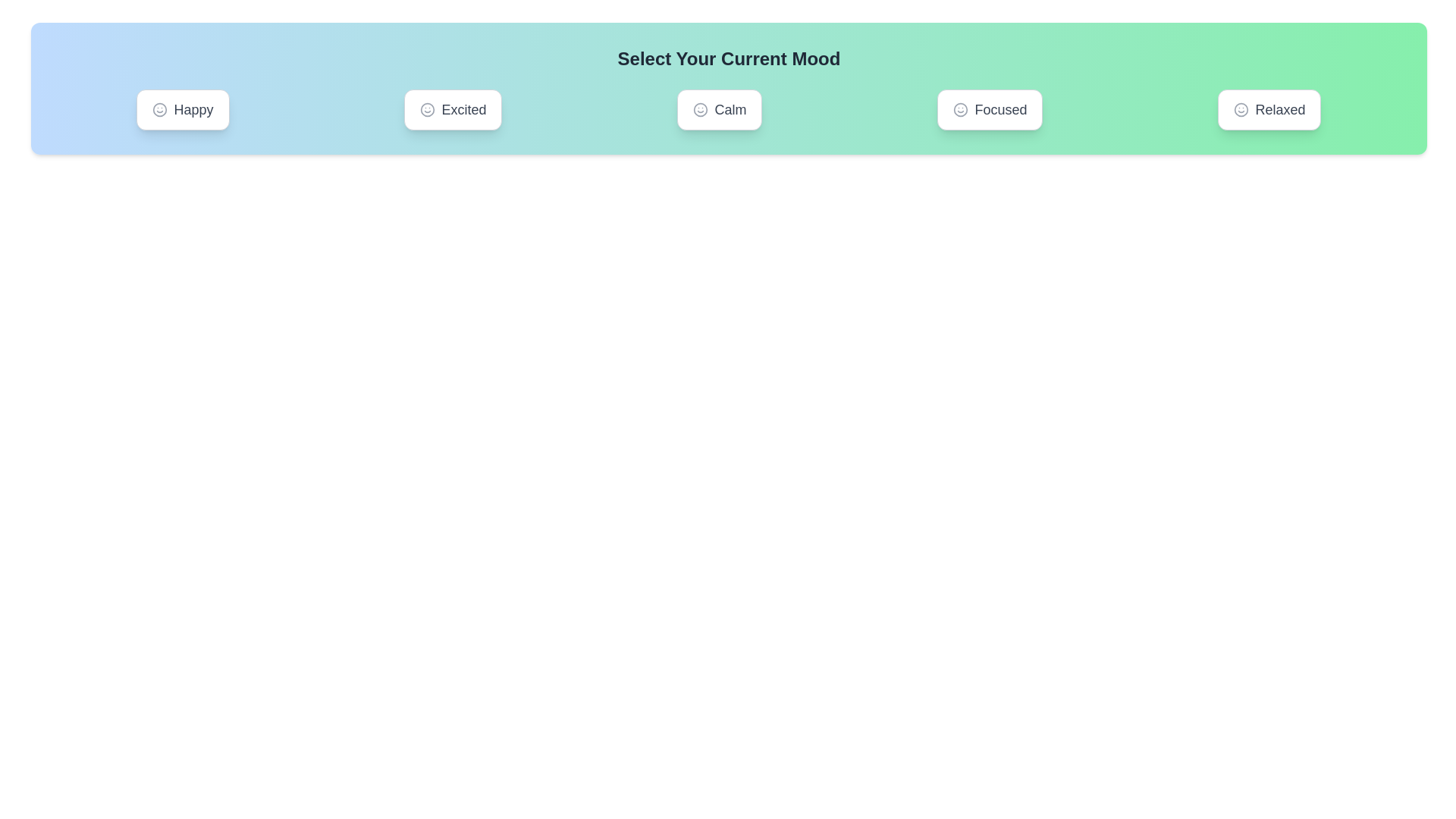 The width and height of the screenshot is (1456, 819). I want to click on the mood Relaxed by clicking on its corresponding button, so click(1269, 109).